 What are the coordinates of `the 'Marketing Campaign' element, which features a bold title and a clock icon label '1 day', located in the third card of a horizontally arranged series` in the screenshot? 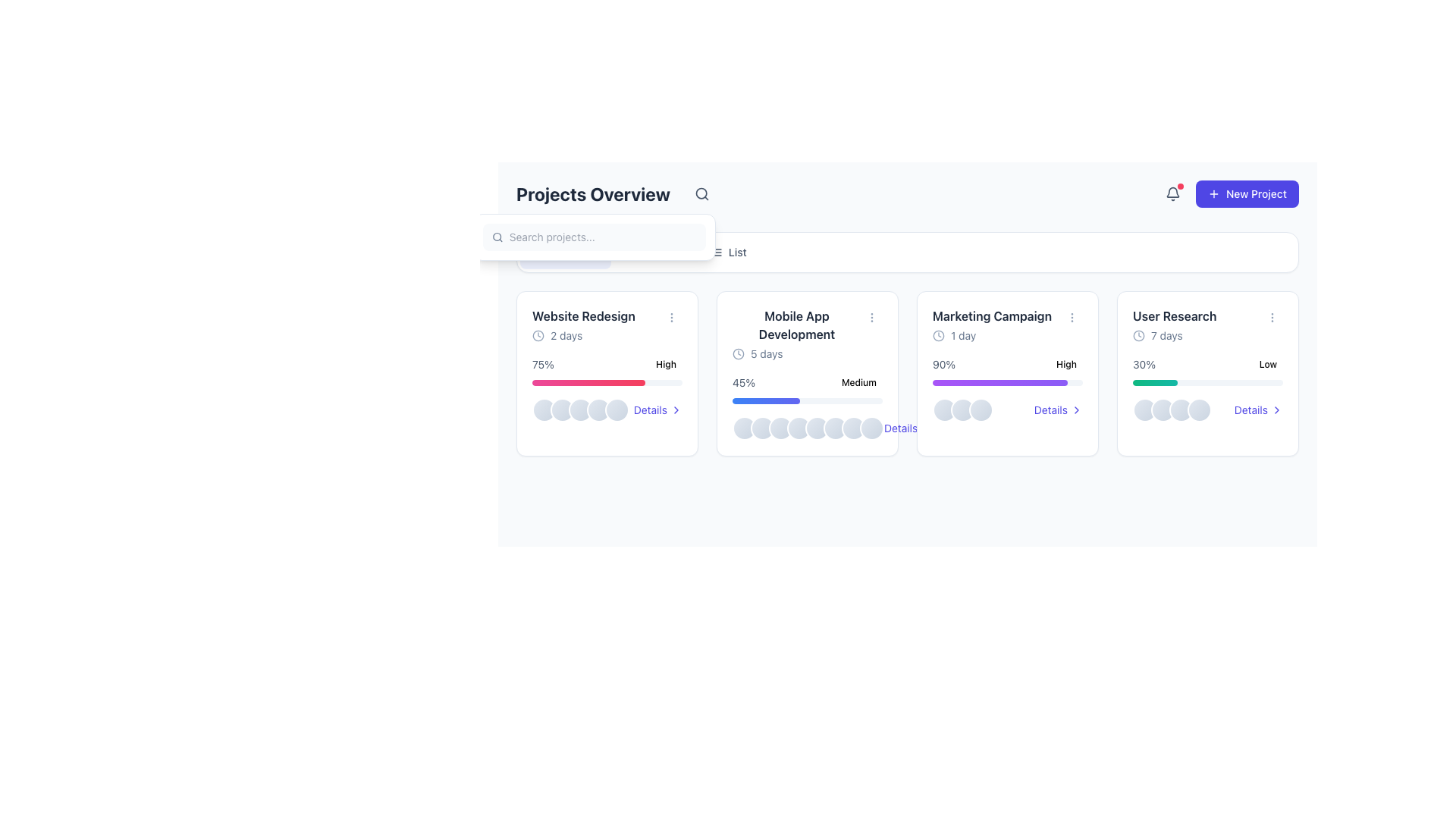 It's located at (992, 324).